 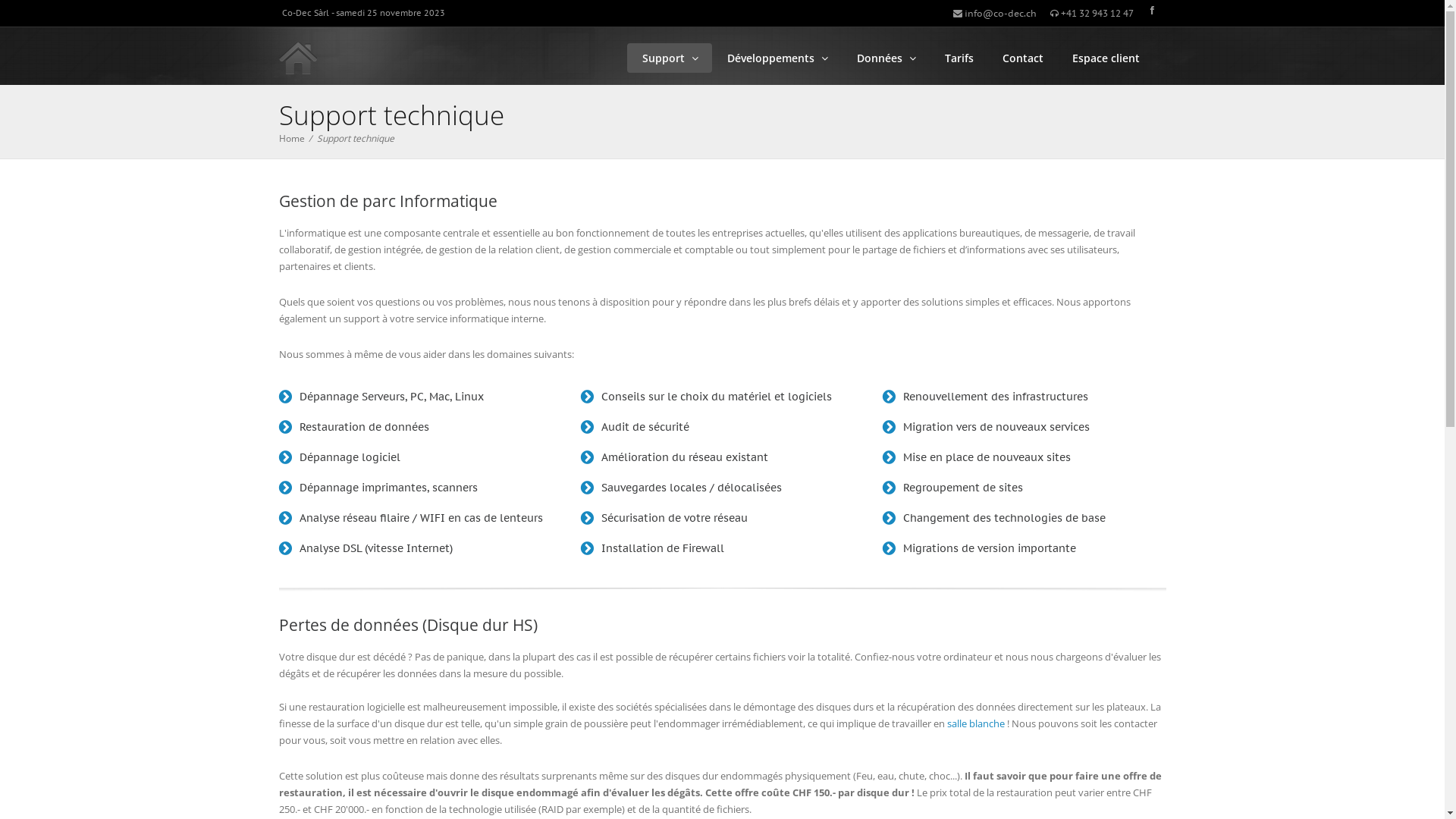 What do you see at coordinates (1056, 57) in the screenshot?
I see `'Espace client'` at bounding box center [1056, 57].